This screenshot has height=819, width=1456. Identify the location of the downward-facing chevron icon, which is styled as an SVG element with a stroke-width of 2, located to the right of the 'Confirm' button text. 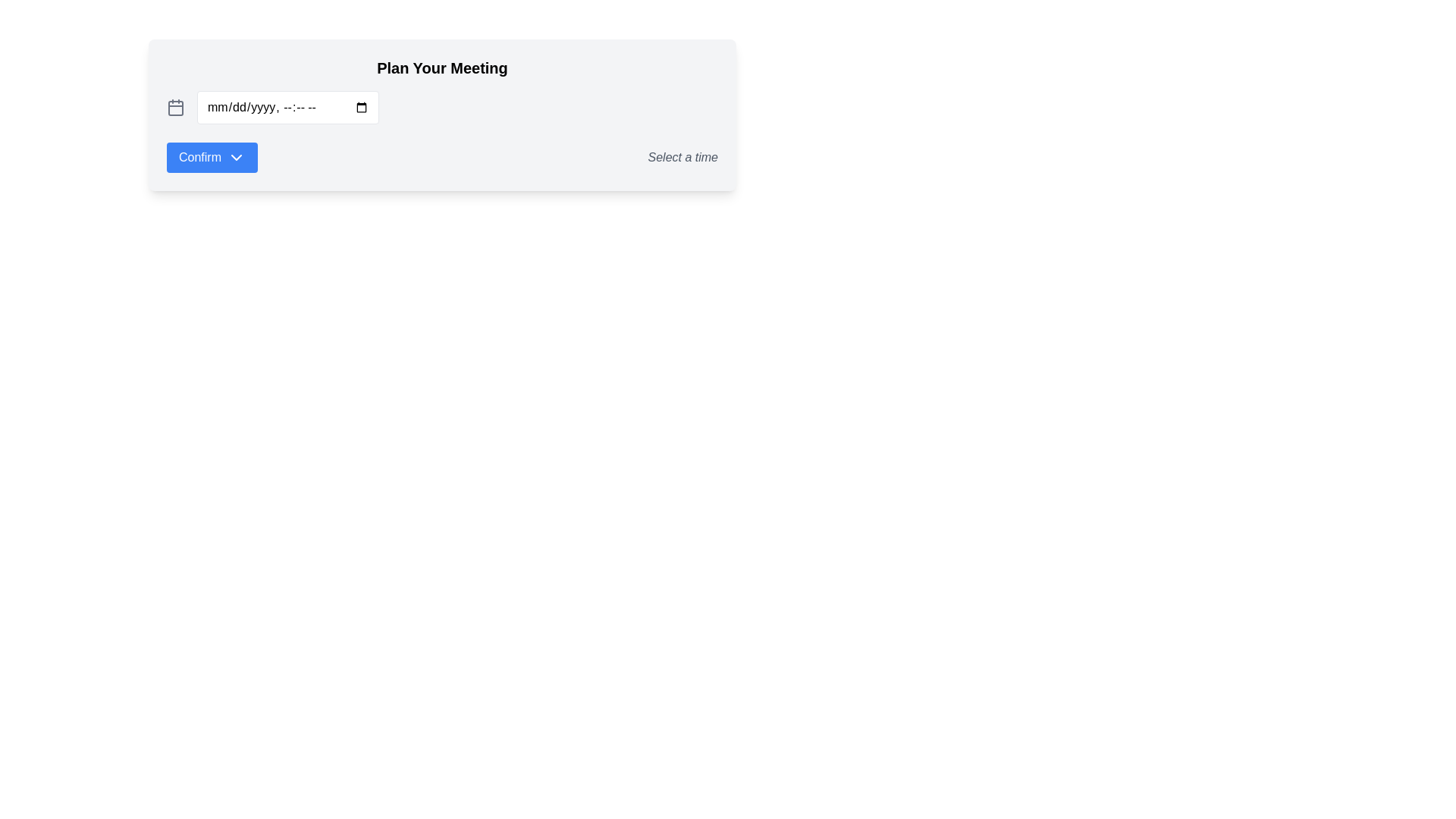
(236, 158).